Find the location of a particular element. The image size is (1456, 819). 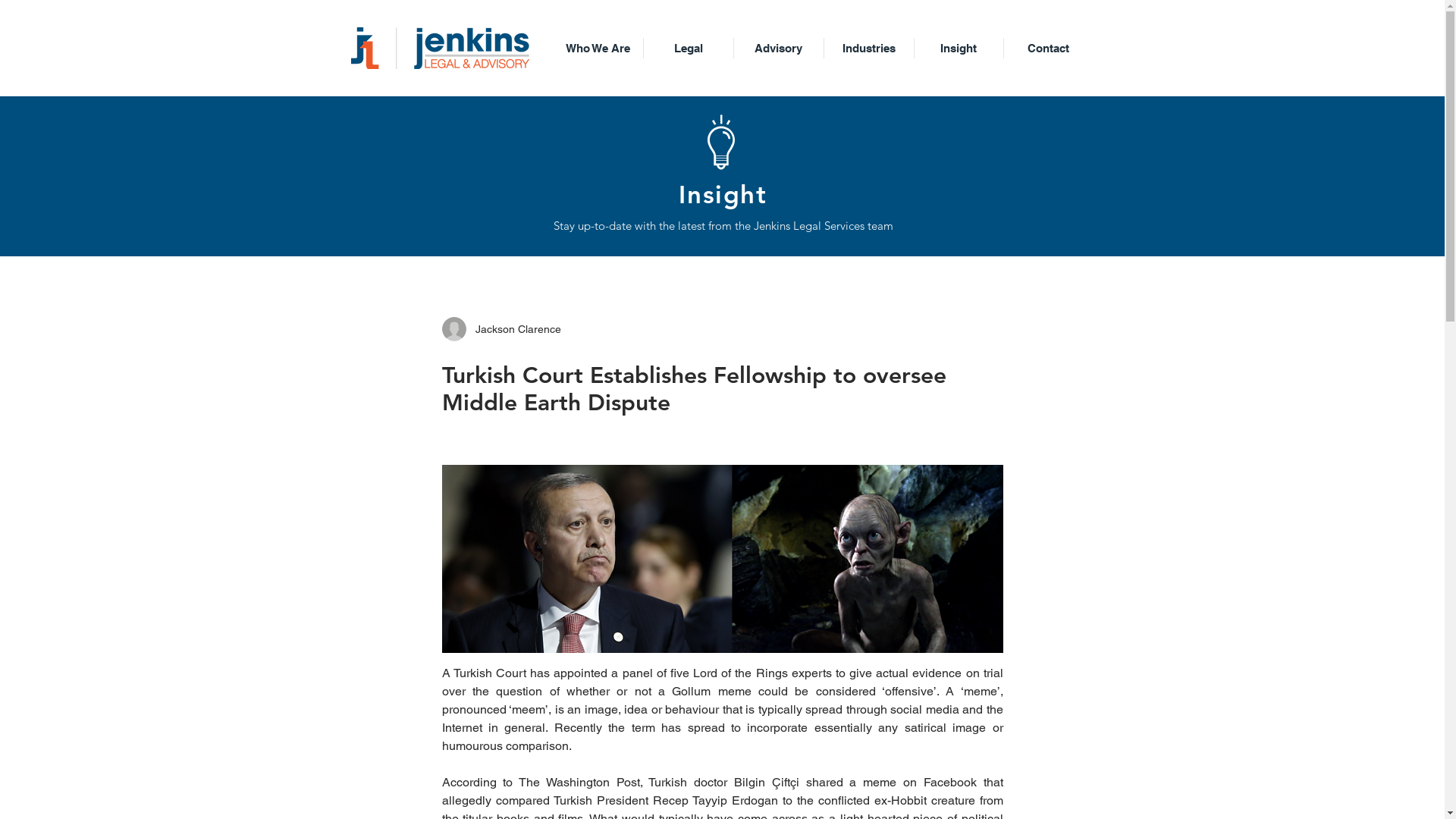

'Industries' is located at coordinates (868, 47).